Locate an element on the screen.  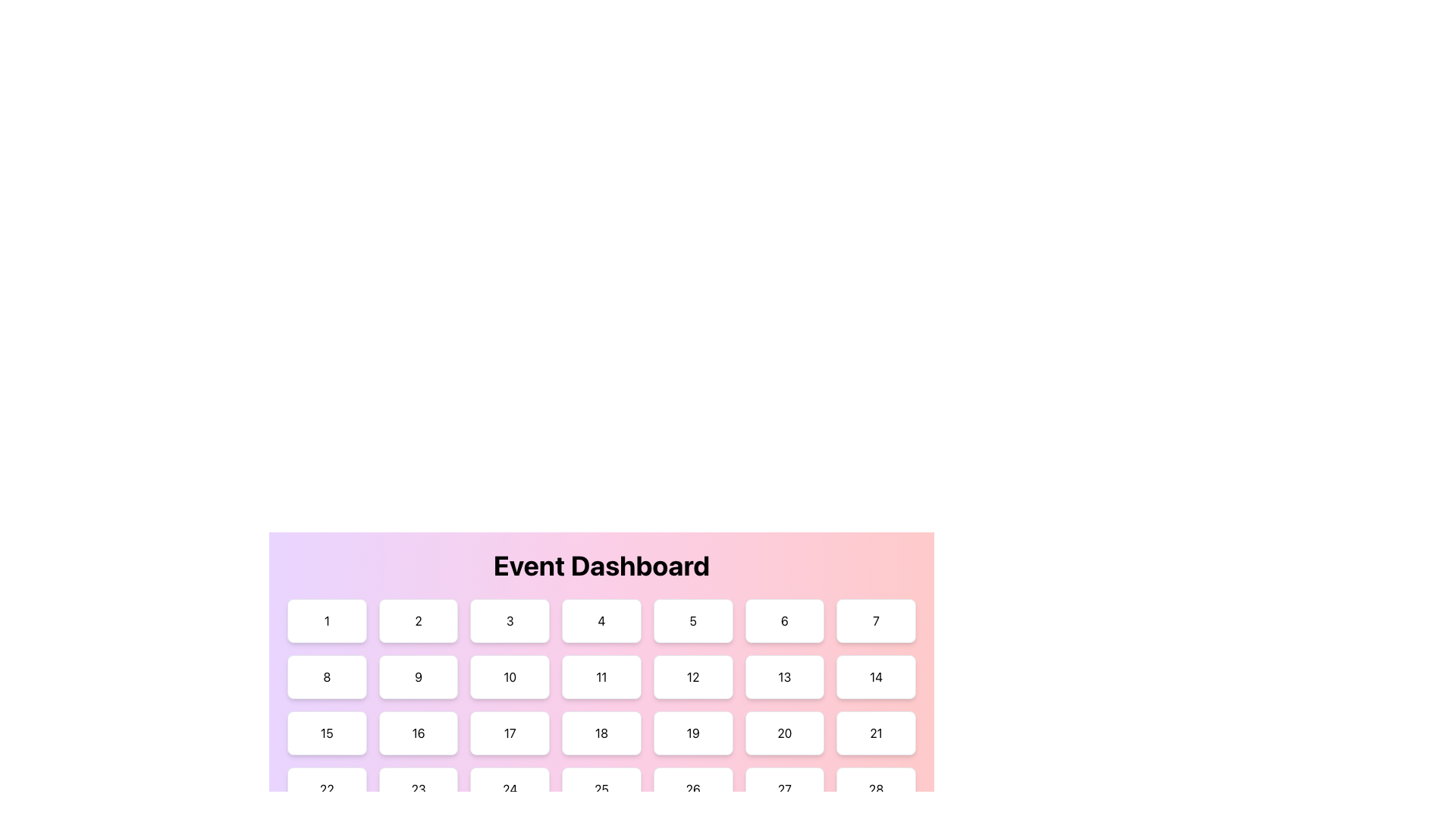
the button displaying the number '23' located in the fourth row, second column of the grid below the 'Event Dashboard' header is located at coordinates (419, 789).